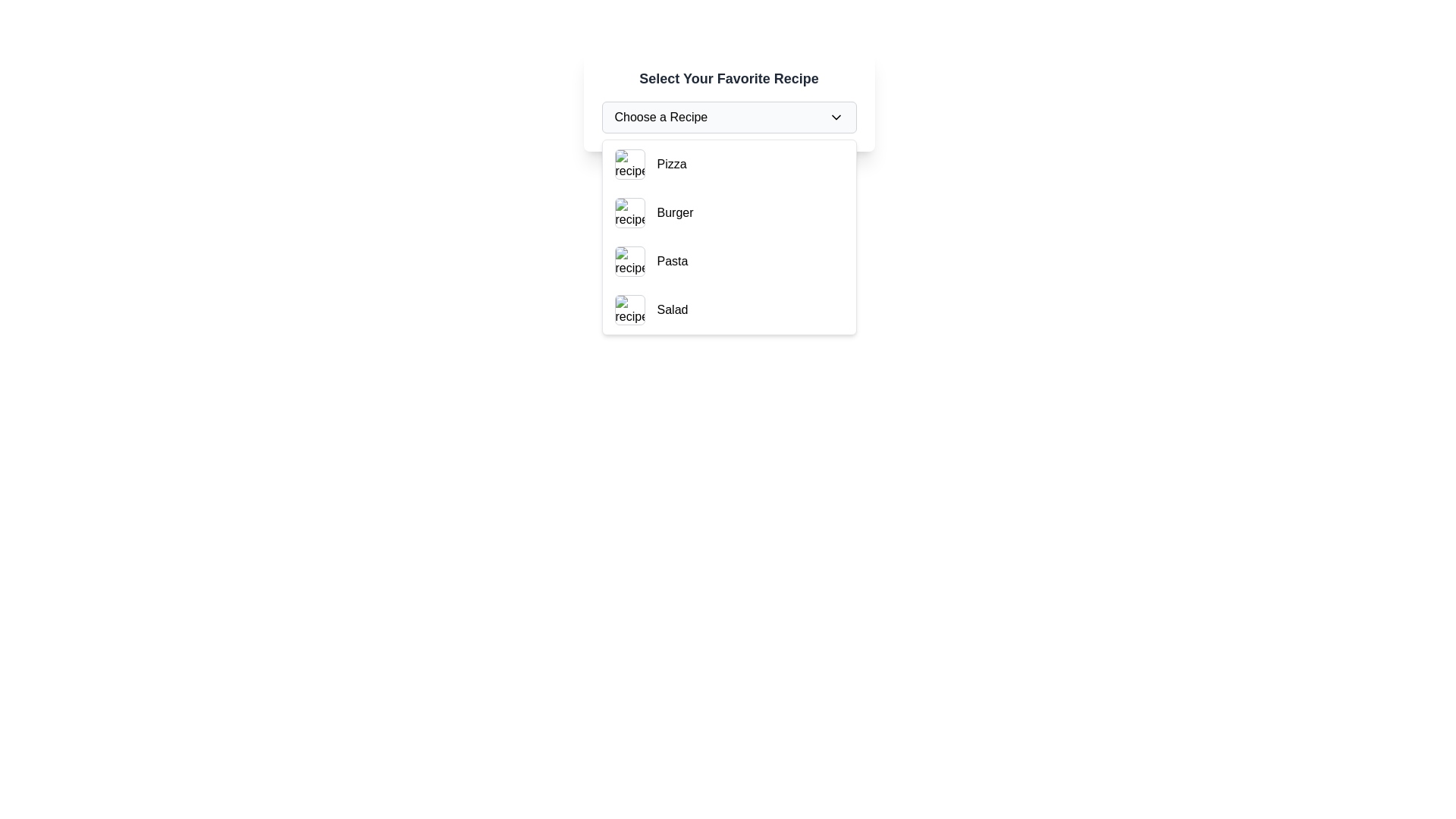 The width and height of the screenshot is (1456, 819). I want to click on the square placeholder image with a landscape illustration that is located to the far left of the dropdown item labeled 'Salad', so click(629, 309).